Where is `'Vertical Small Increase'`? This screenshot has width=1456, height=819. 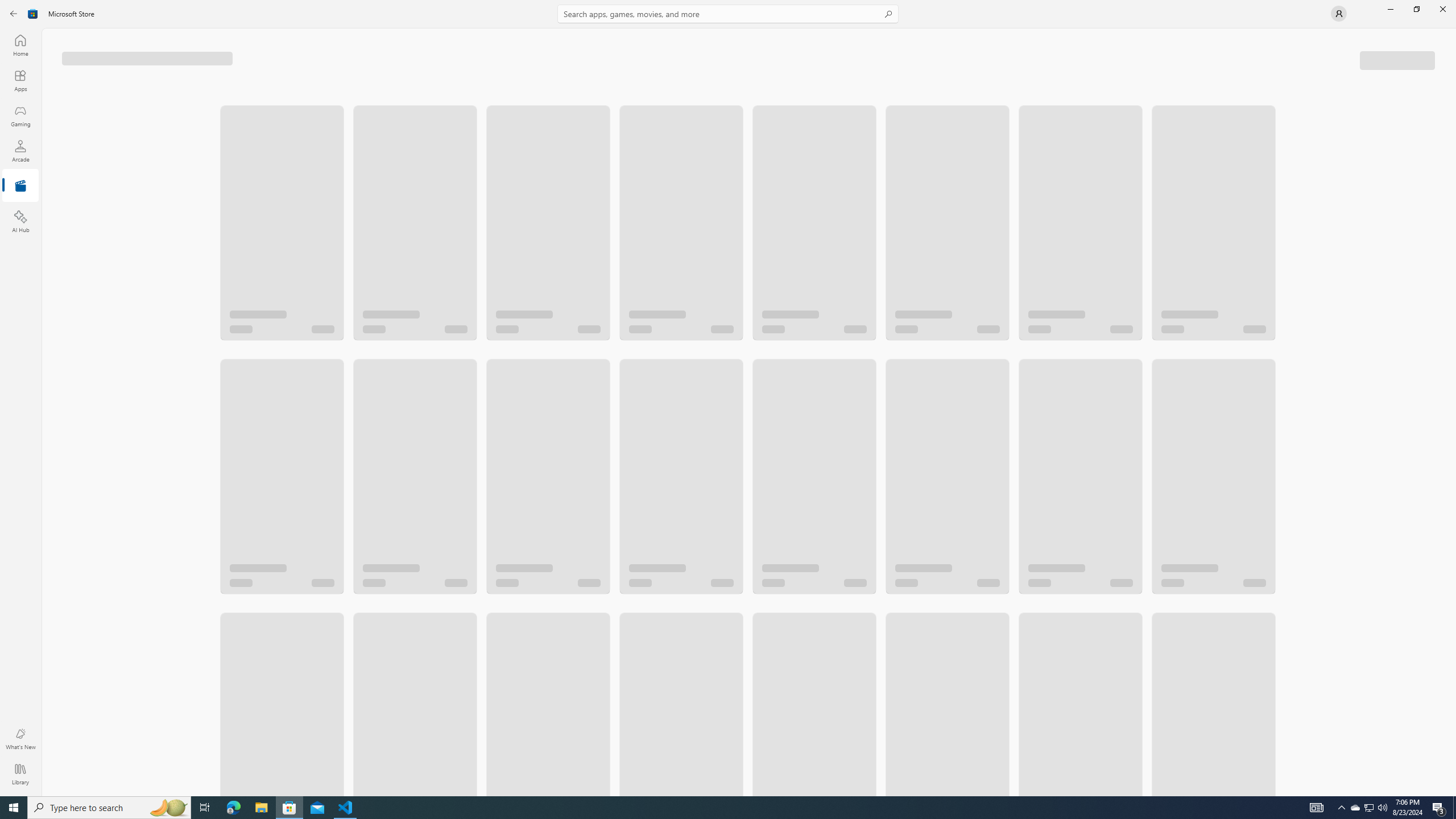
'Vertical Small Increase' is located at coordinates (1451, 792).